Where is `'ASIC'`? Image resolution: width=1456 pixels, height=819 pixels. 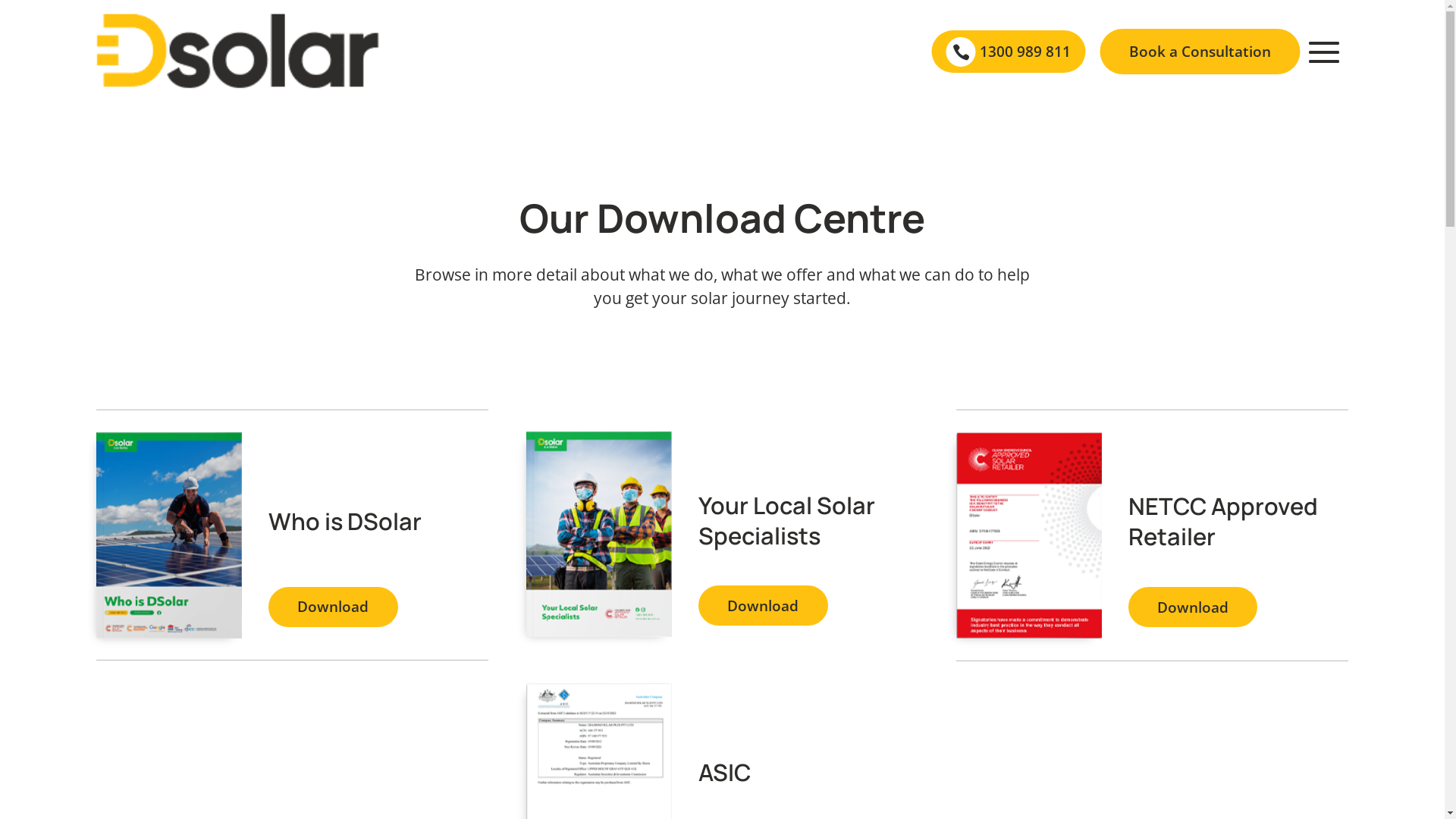
'ASIC' is located at coordinates (723, 772).